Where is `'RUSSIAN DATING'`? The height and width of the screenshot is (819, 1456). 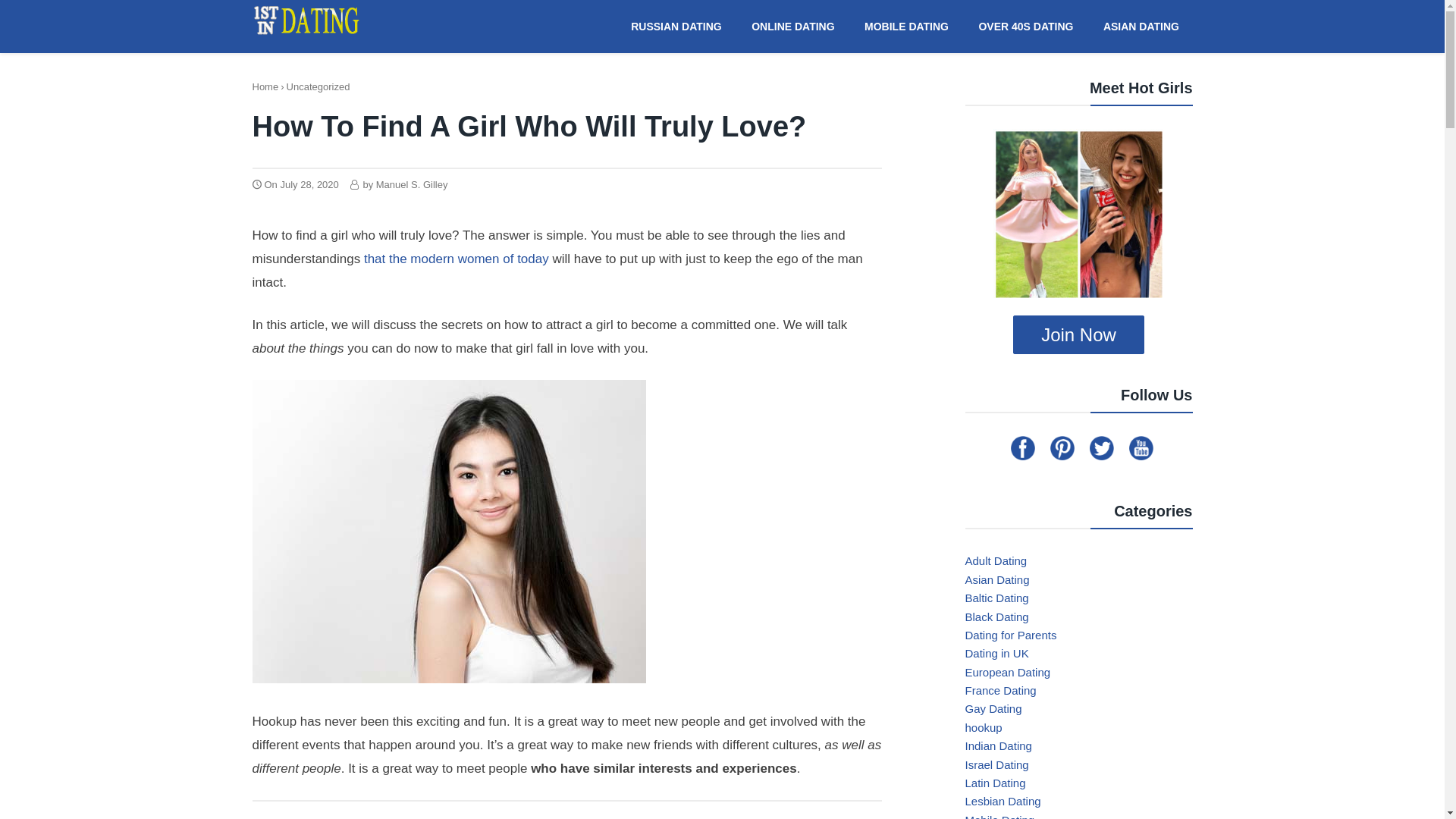
'RUSSIAN DATING' is located at coordinates (676, 25).